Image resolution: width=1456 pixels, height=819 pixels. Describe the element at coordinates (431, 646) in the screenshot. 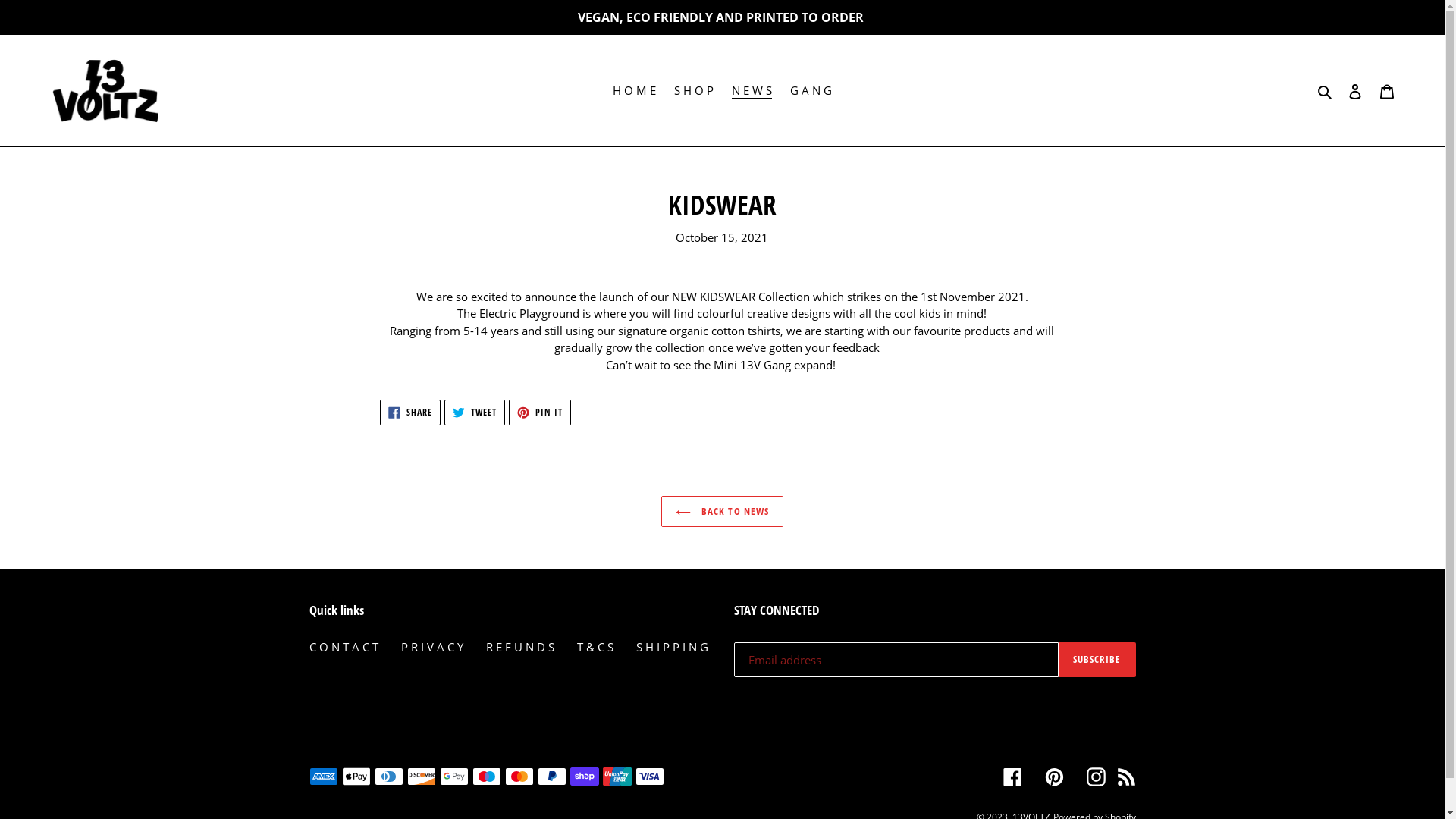

I see `'P R I V A C Y'` at that location.